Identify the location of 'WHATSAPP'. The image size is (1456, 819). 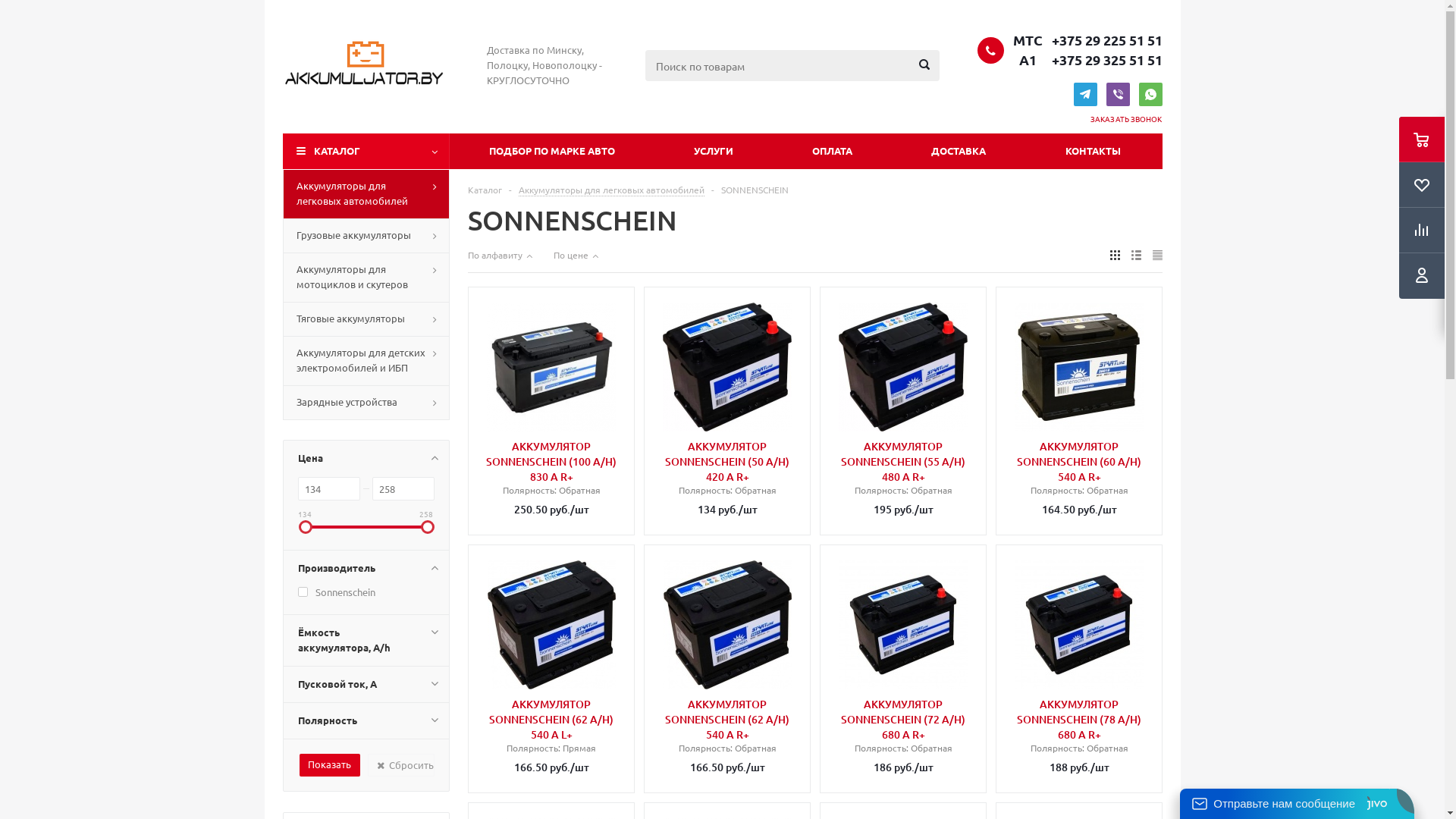
(1150, 94).